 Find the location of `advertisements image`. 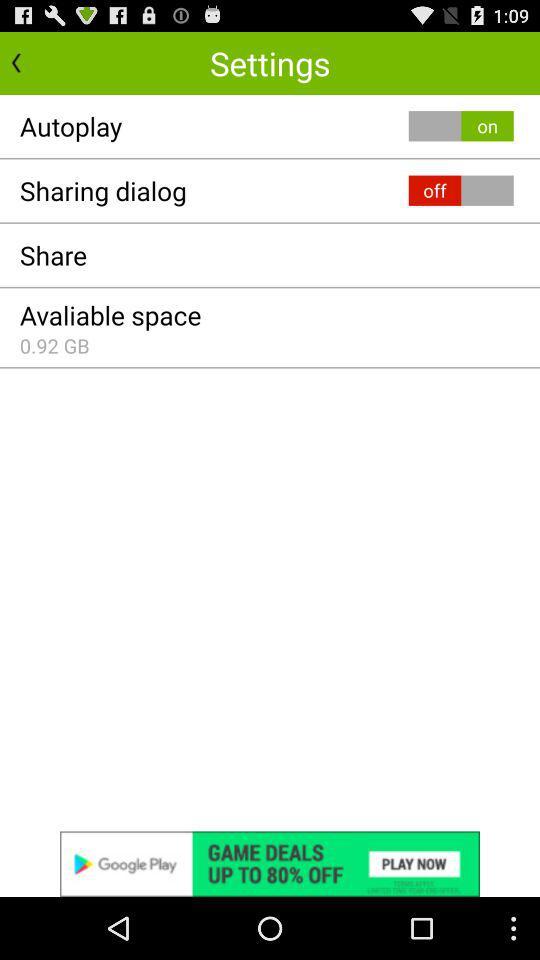

advertisements image is located at coordinates (270, 863).